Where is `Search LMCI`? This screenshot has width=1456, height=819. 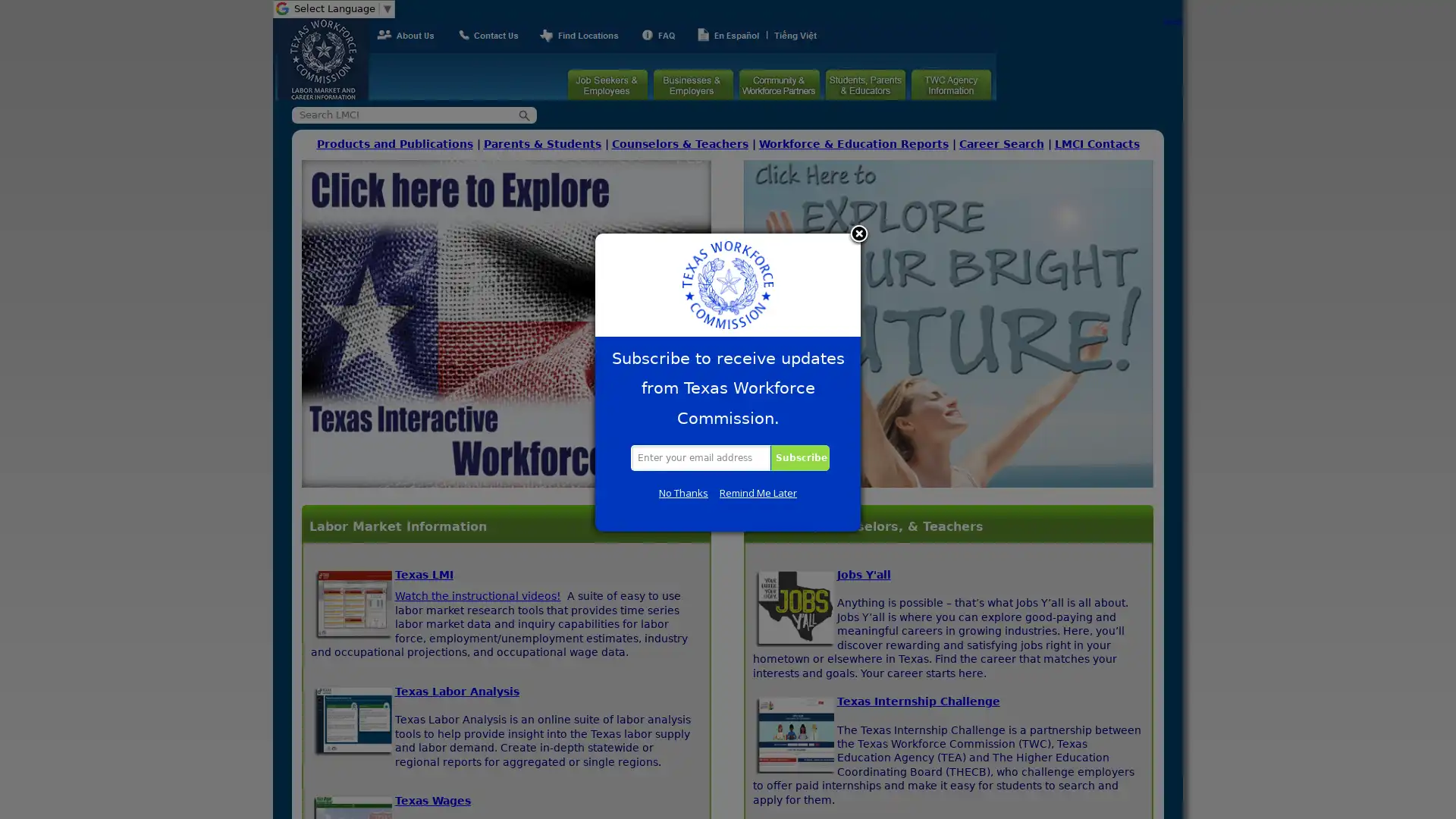
Search LMCI is located at coordinates (524, 114).